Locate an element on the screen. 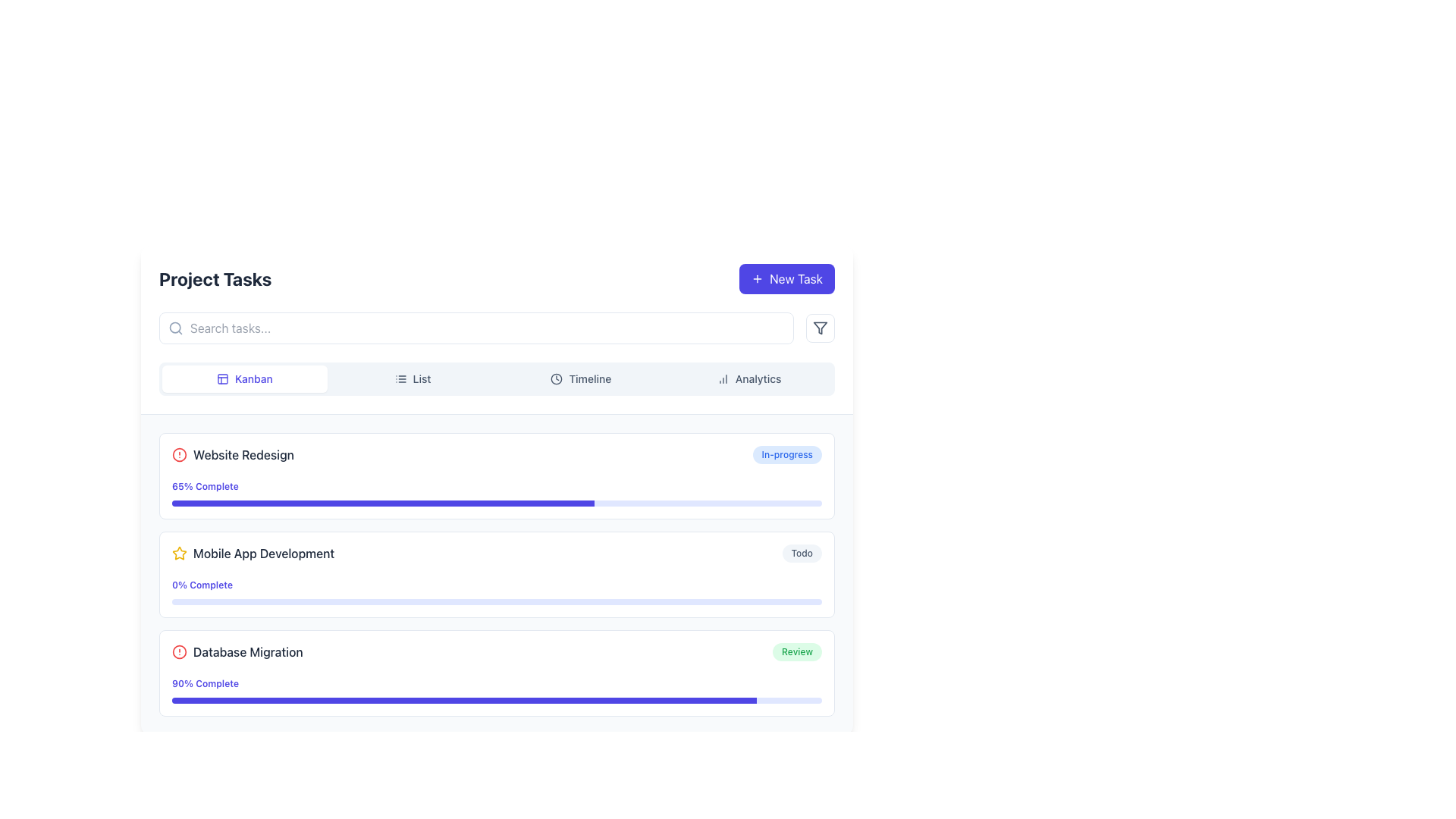 This screenshot has height=819, width=1456. the analytics button, which is the fourth button in the horizontal row at the top of the interface, to trigger a style transition is located at coordinates (749, 378).